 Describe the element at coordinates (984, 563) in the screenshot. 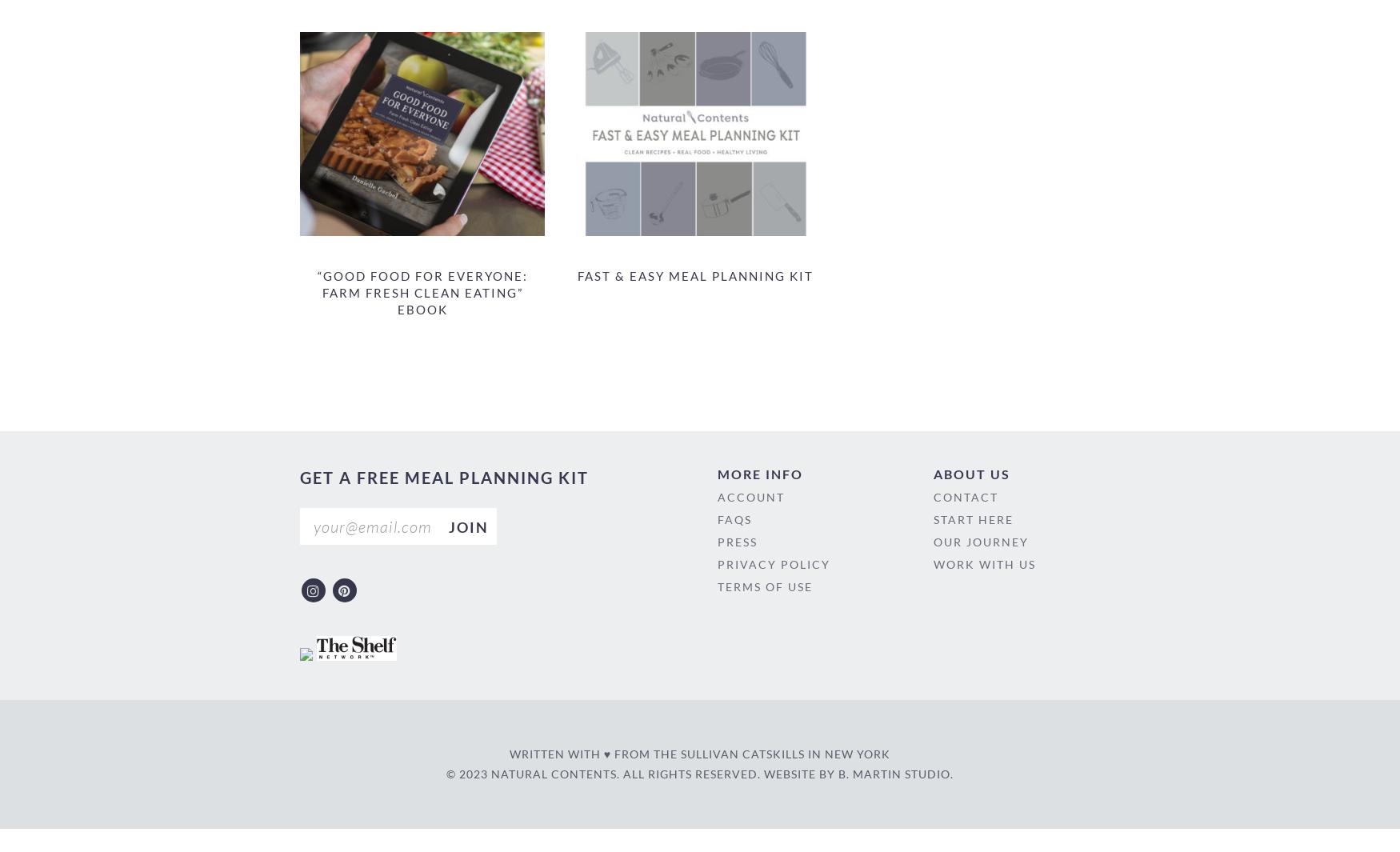

I see `'Work with Us'` at that location.